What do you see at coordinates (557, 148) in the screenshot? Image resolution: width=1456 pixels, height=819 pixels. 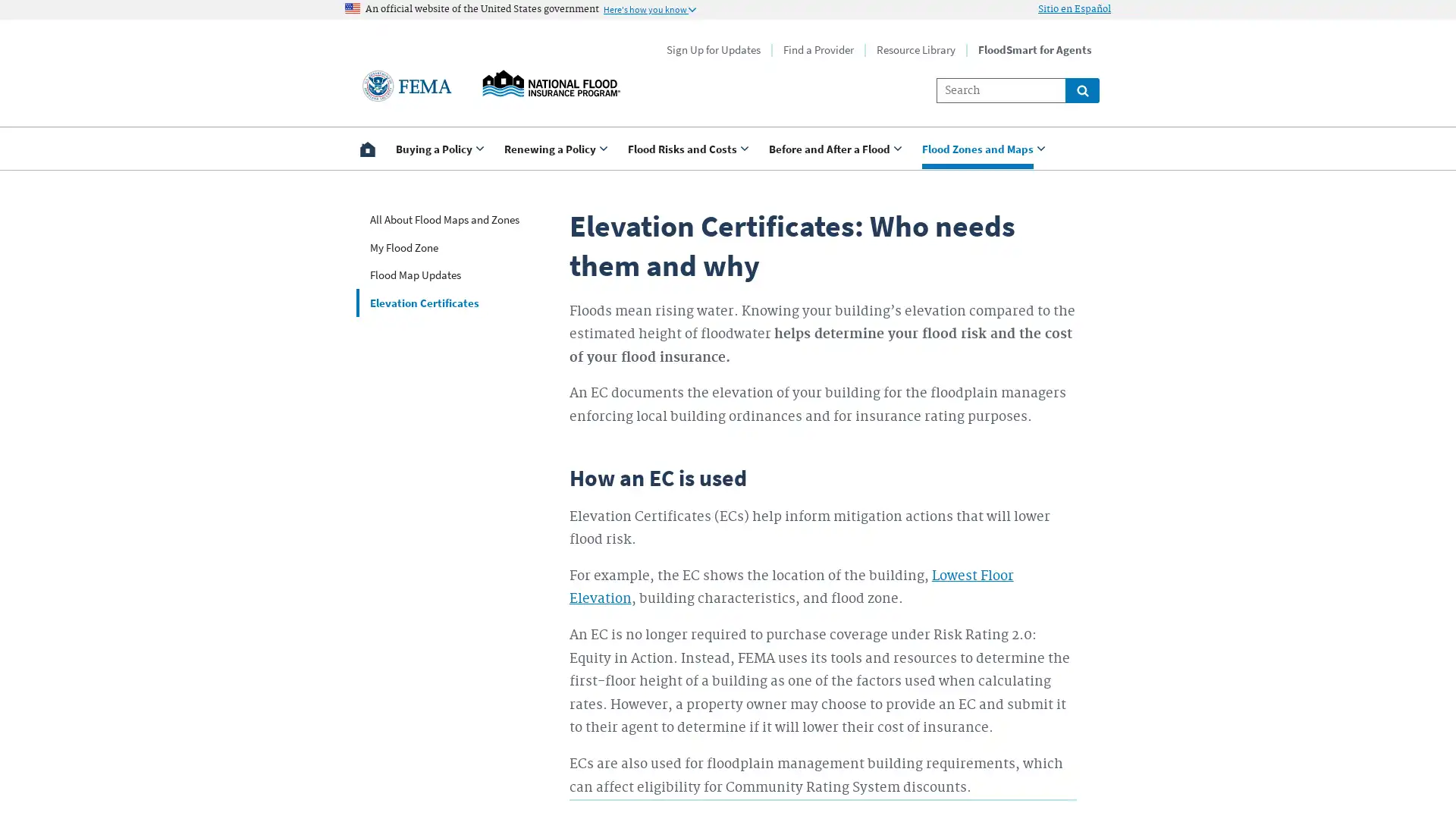 I see `Use <enter> and shift + <enter> to open and close the drop down to sub-menus` at bounding box center [557, 148].